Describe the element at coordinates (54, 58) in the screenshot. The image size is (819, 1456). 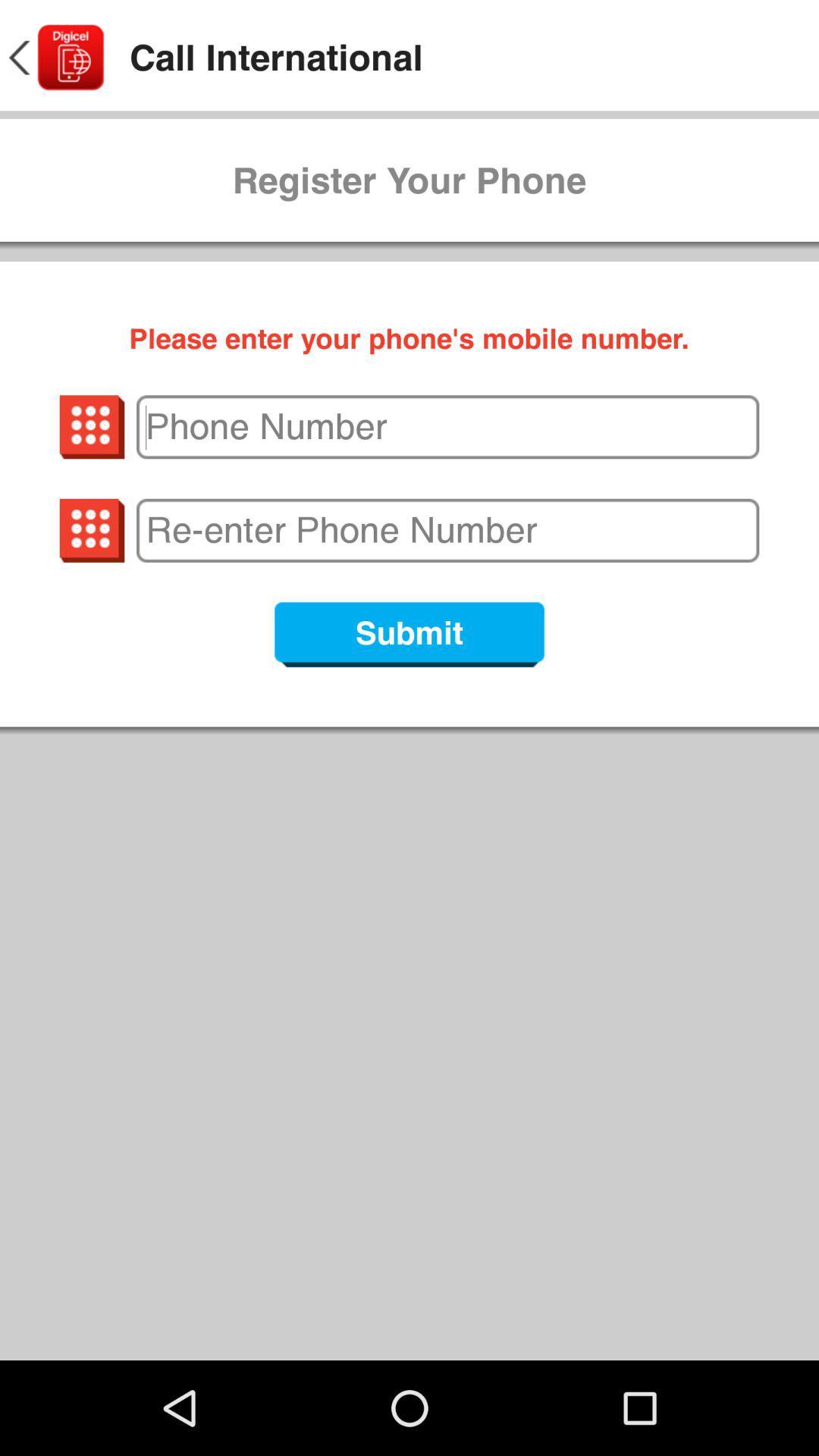
I see `icon to the left of call international app` at that location.